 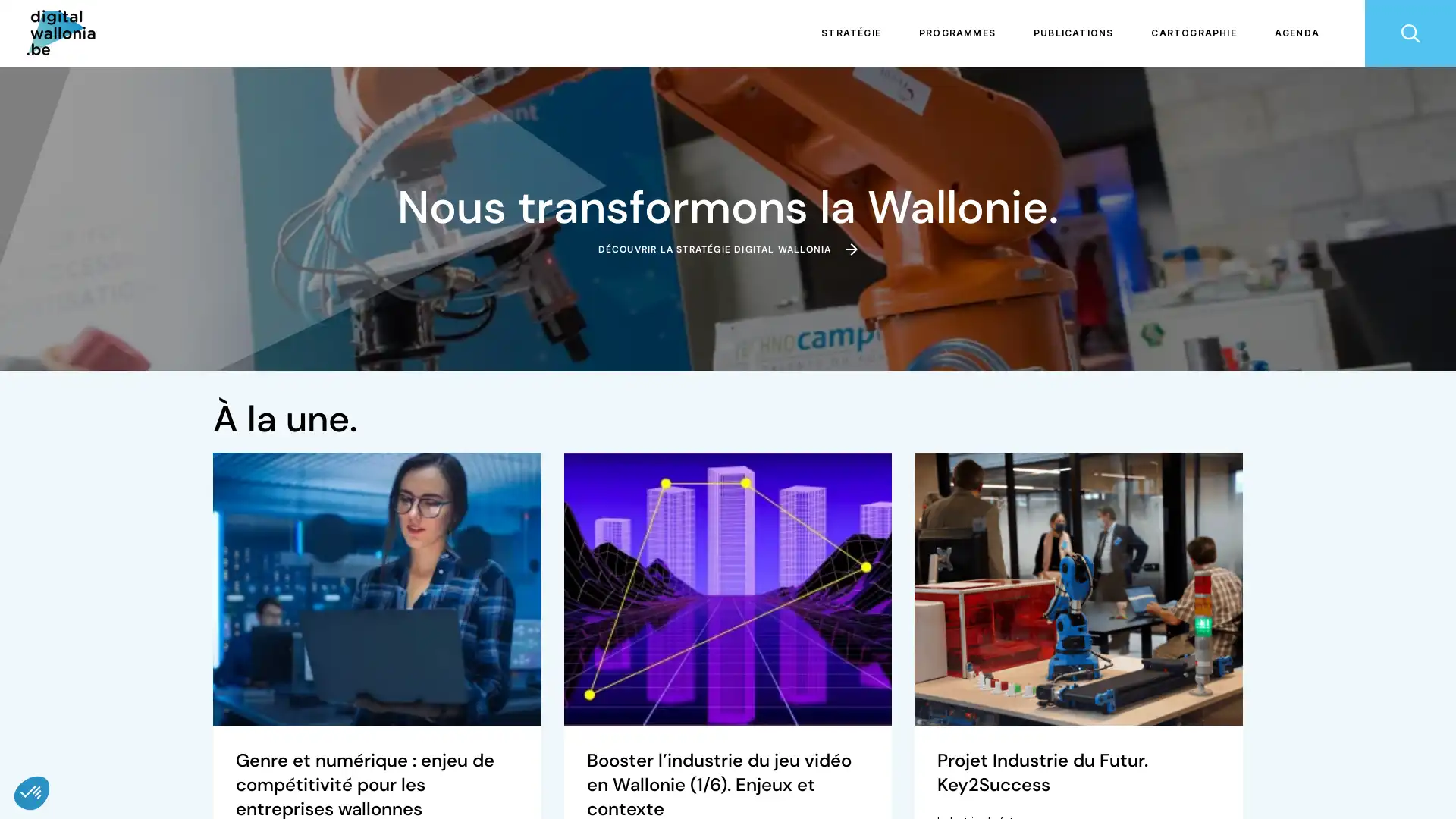 What do you see at coordinates (280, 742) in the screenshot?
I see `OK pour moi` at bounding box center [280, 742].